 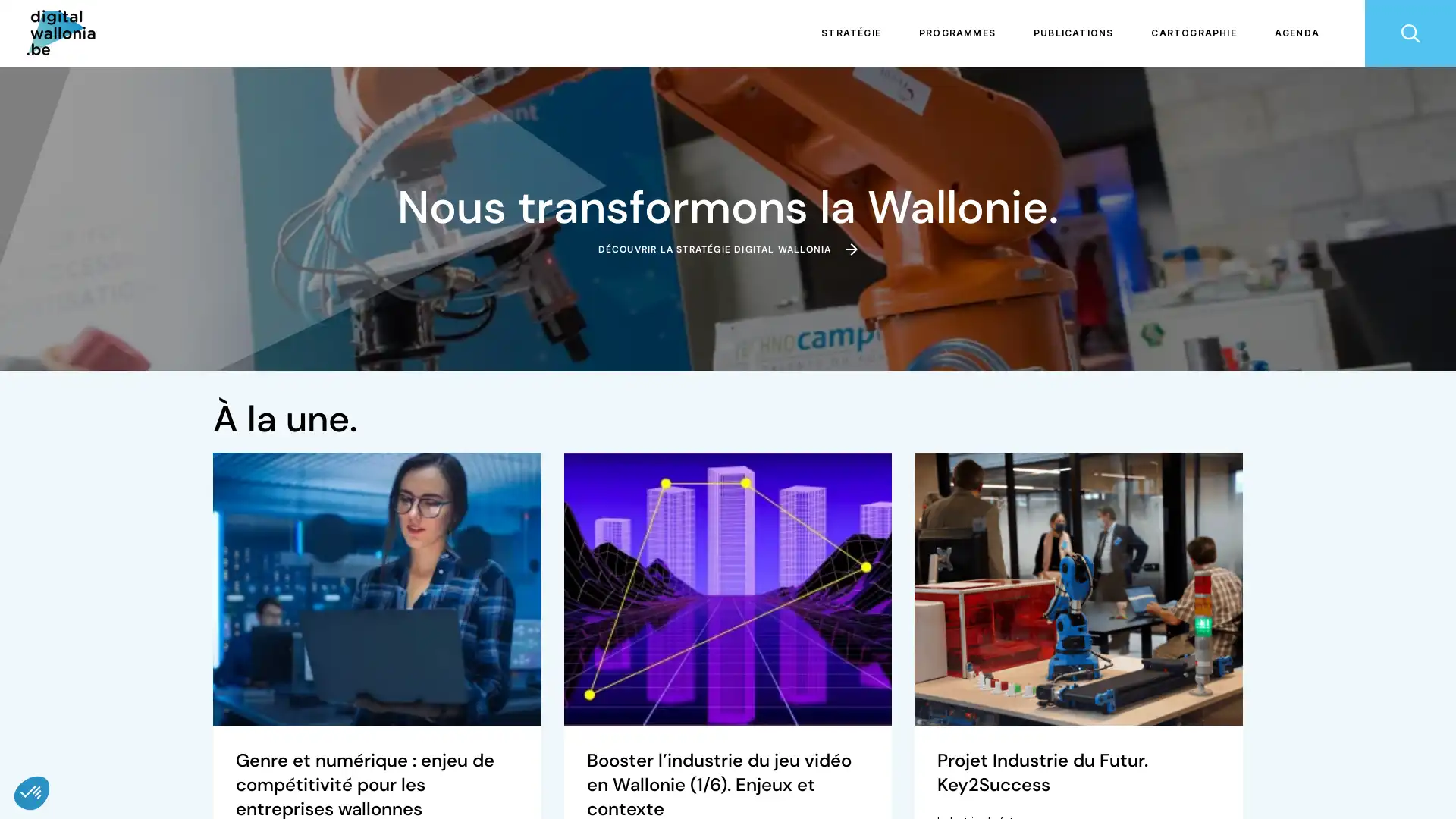 What do you see at coordinates (280, 742) in the screenshot?
I see `OK pour moi` at bounding box center [280, 742].